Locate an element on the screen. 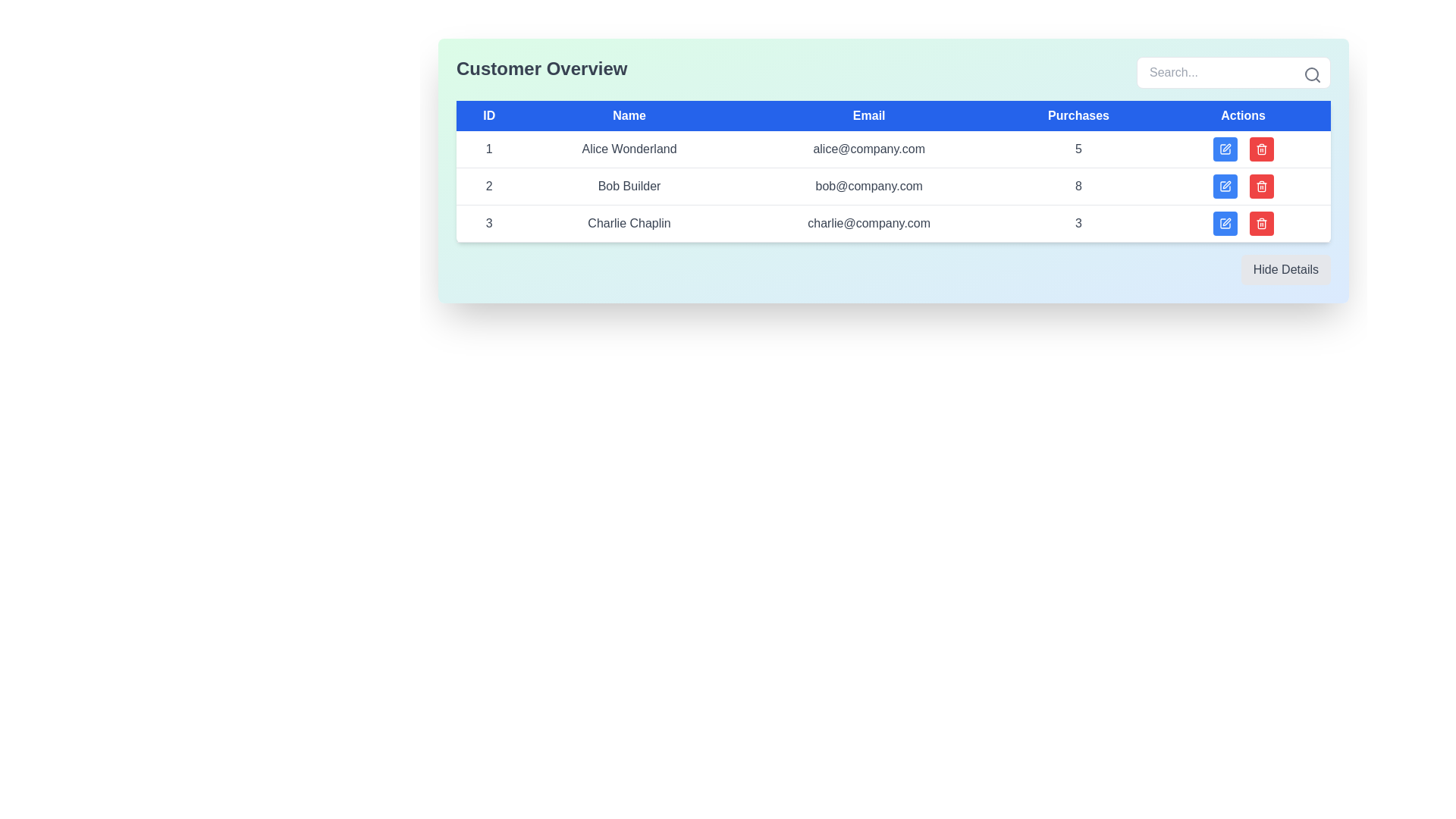 This screenshot has width=1456, height=819. the text label displaying 'Charlie Chaplin' in the 'Customer Overview' table, which is styled with light gray text and is located in the second column of the third row is located at coordinates (629, 223).